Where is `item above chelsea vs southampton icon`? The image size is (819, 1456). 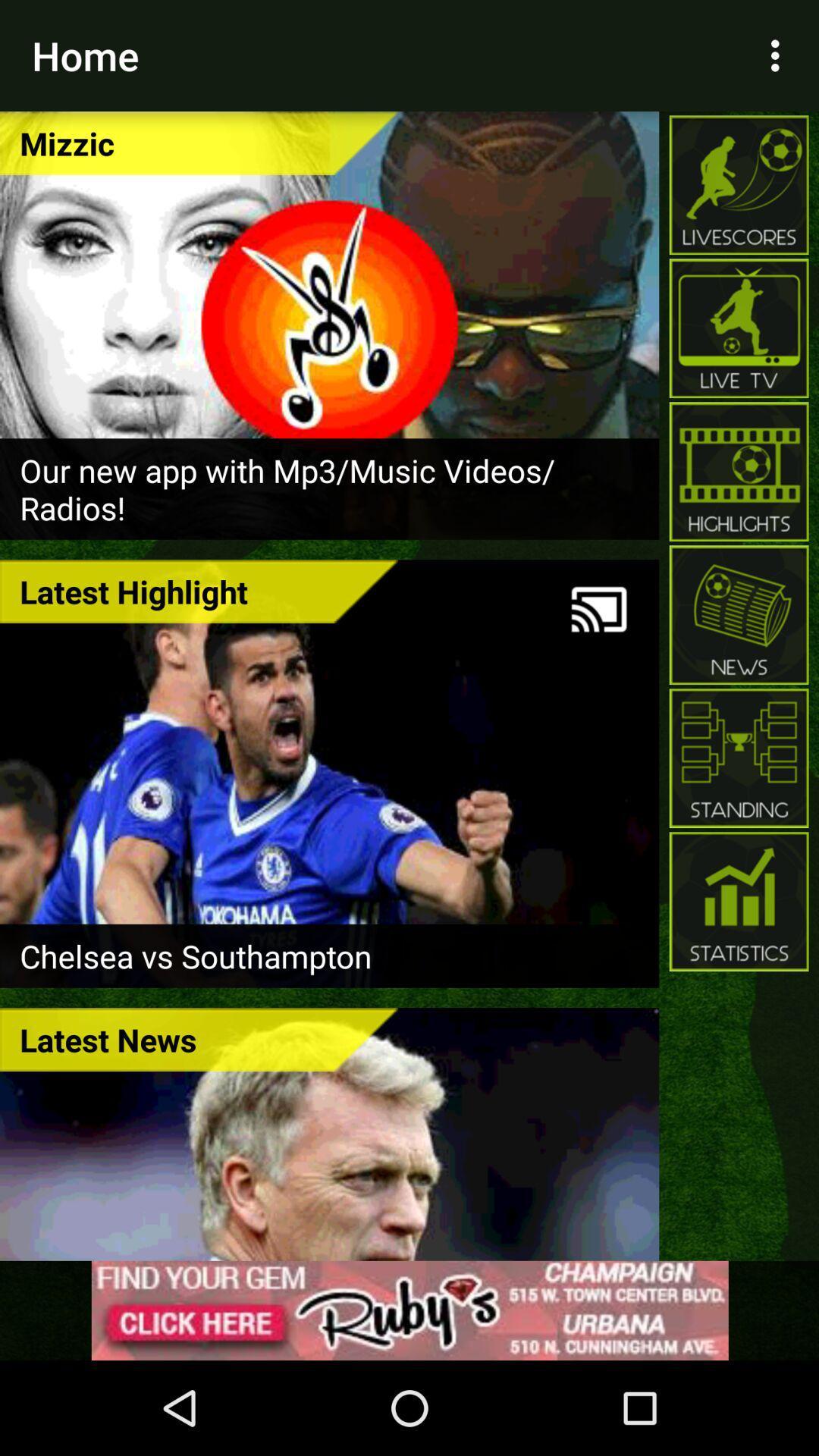
item above chelsea vs southampton icon is located at coordinates (598, 609).